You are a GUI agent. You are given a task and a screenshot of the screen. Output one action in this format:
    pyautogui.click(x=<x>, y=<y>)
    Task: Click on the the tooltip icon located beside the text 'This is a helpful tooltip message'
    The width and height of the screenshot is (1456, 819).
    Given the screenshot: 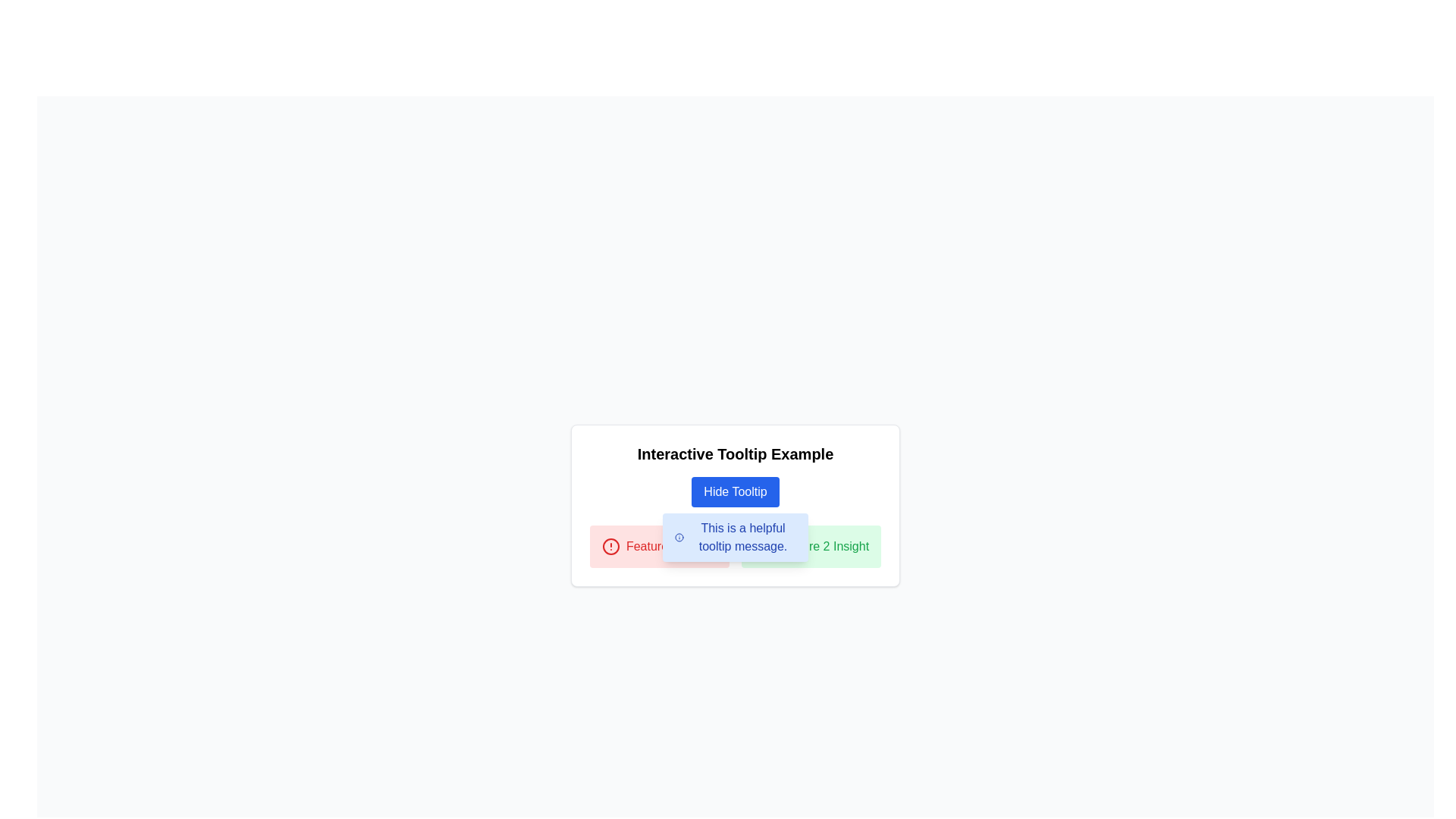 What is the action you would take?
    pyautogui.click(x=763, y=547)
    